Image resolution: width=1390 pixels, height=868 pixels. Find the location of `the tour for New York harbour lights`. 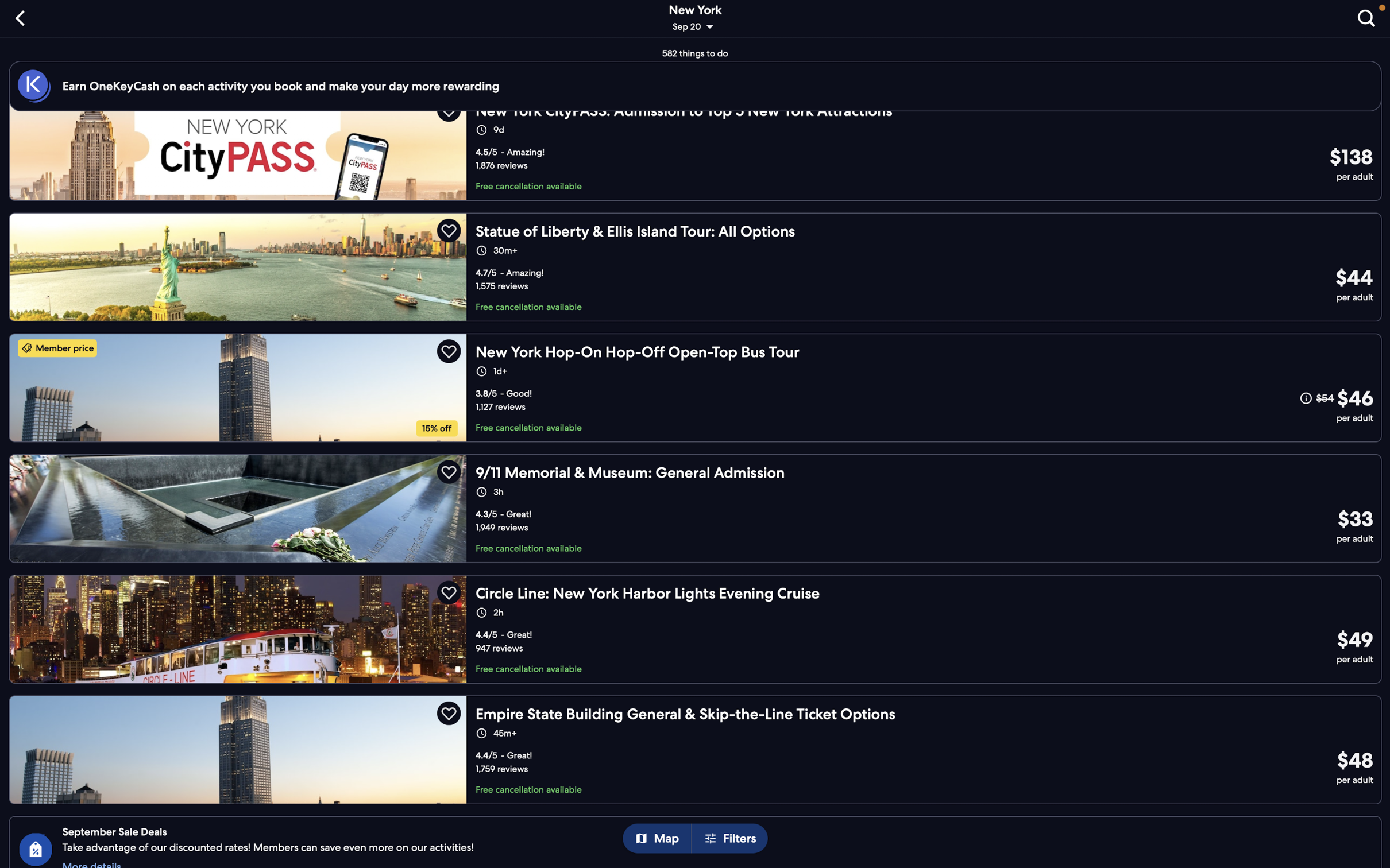

the tour for New York harbour lights is located at coordinates (699, 625).